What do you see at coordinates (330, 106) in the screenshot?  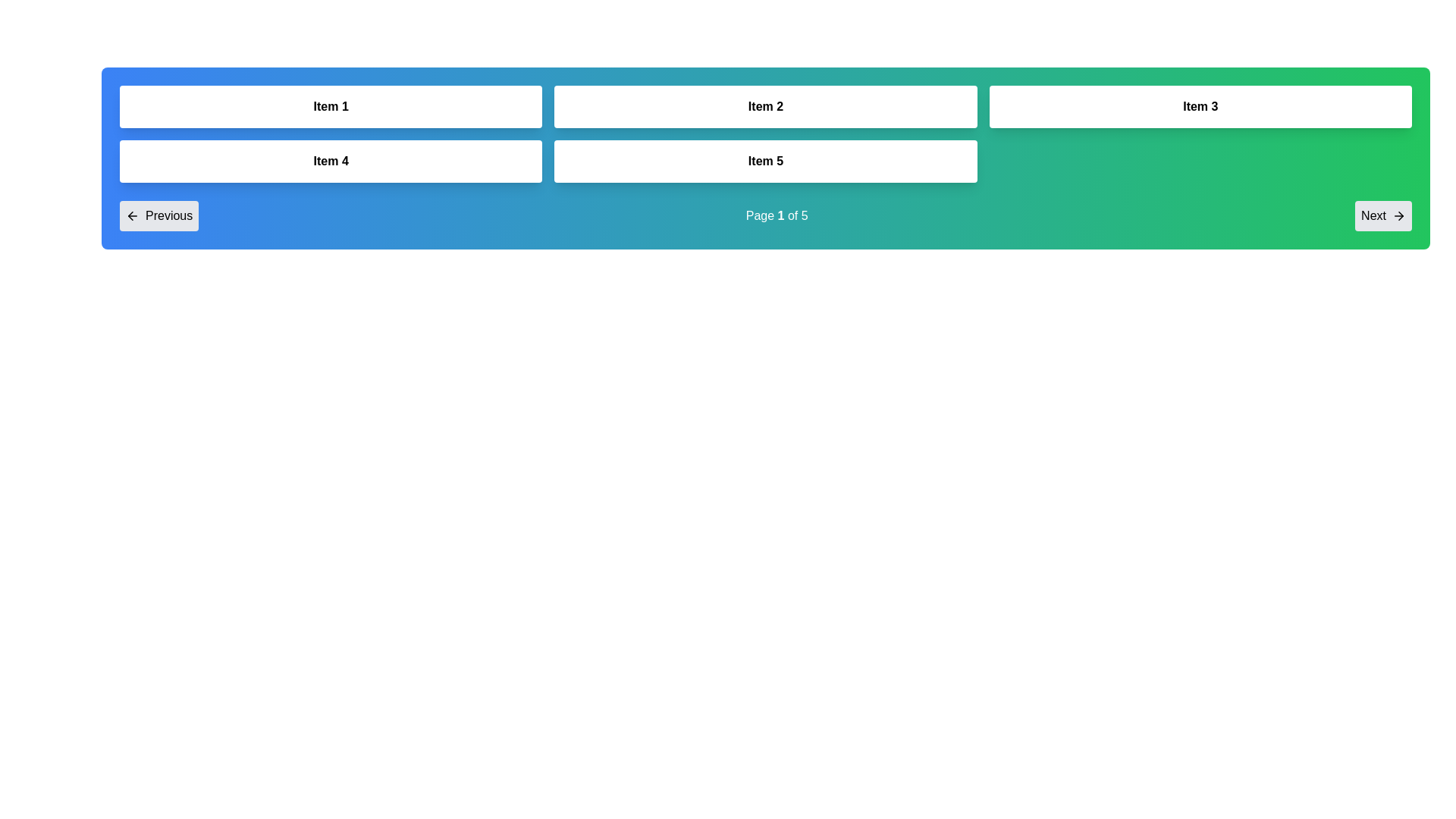 I see `the text element displaying 'Item 1', which is bold and located in the upper-left card of the grid layout` at bounding box center [330, 106].